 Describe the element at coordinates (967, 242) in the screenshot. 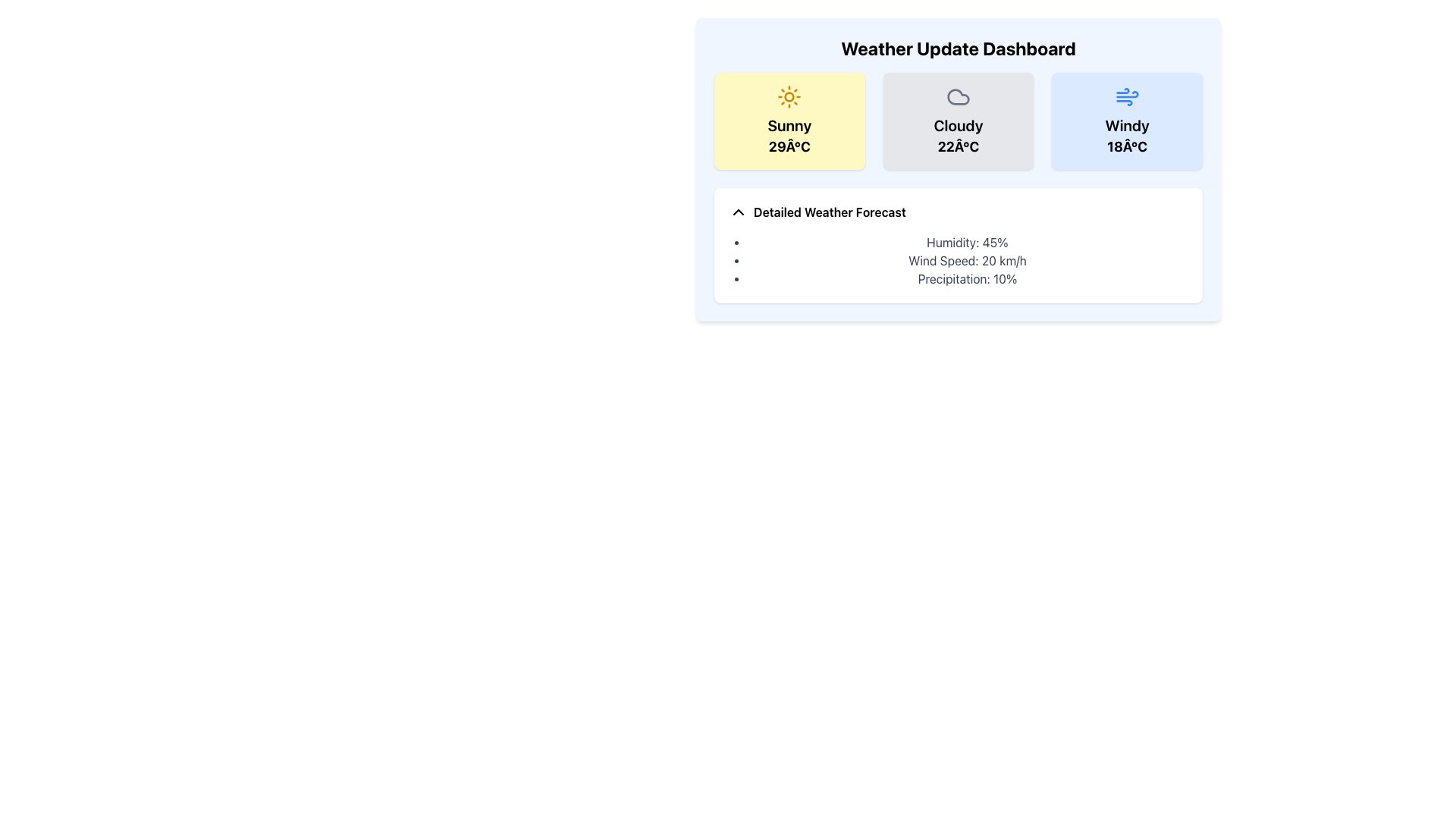

I see `'Humidity: 45%' text display element, which is the first item in the vertical list under the 'Detailed Weather Forecast' section` at that location.